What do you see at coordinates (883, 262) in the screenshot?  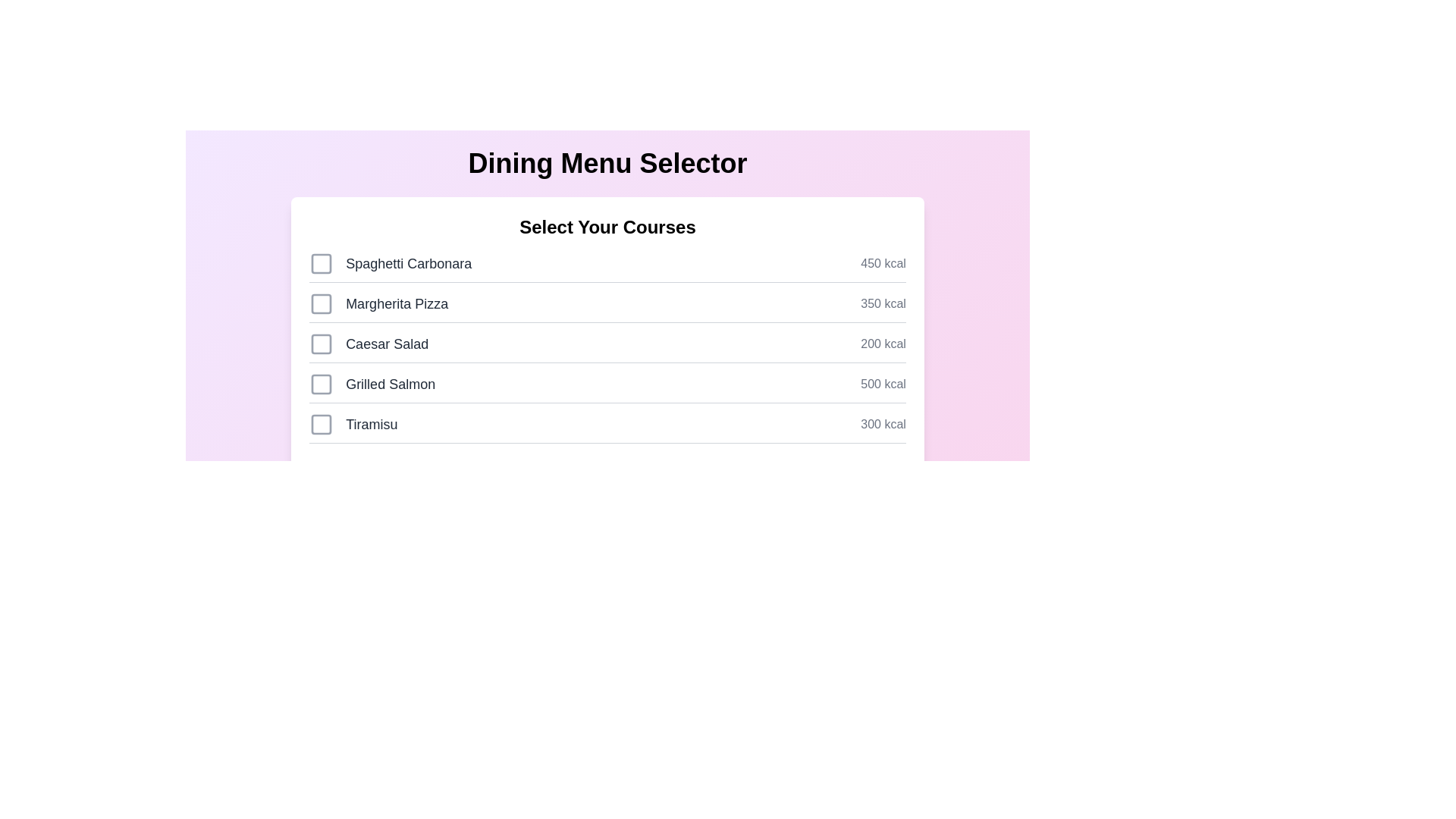 I see `the calorie information for Spaghetti Carbonara` at bounding box center [883, 262].